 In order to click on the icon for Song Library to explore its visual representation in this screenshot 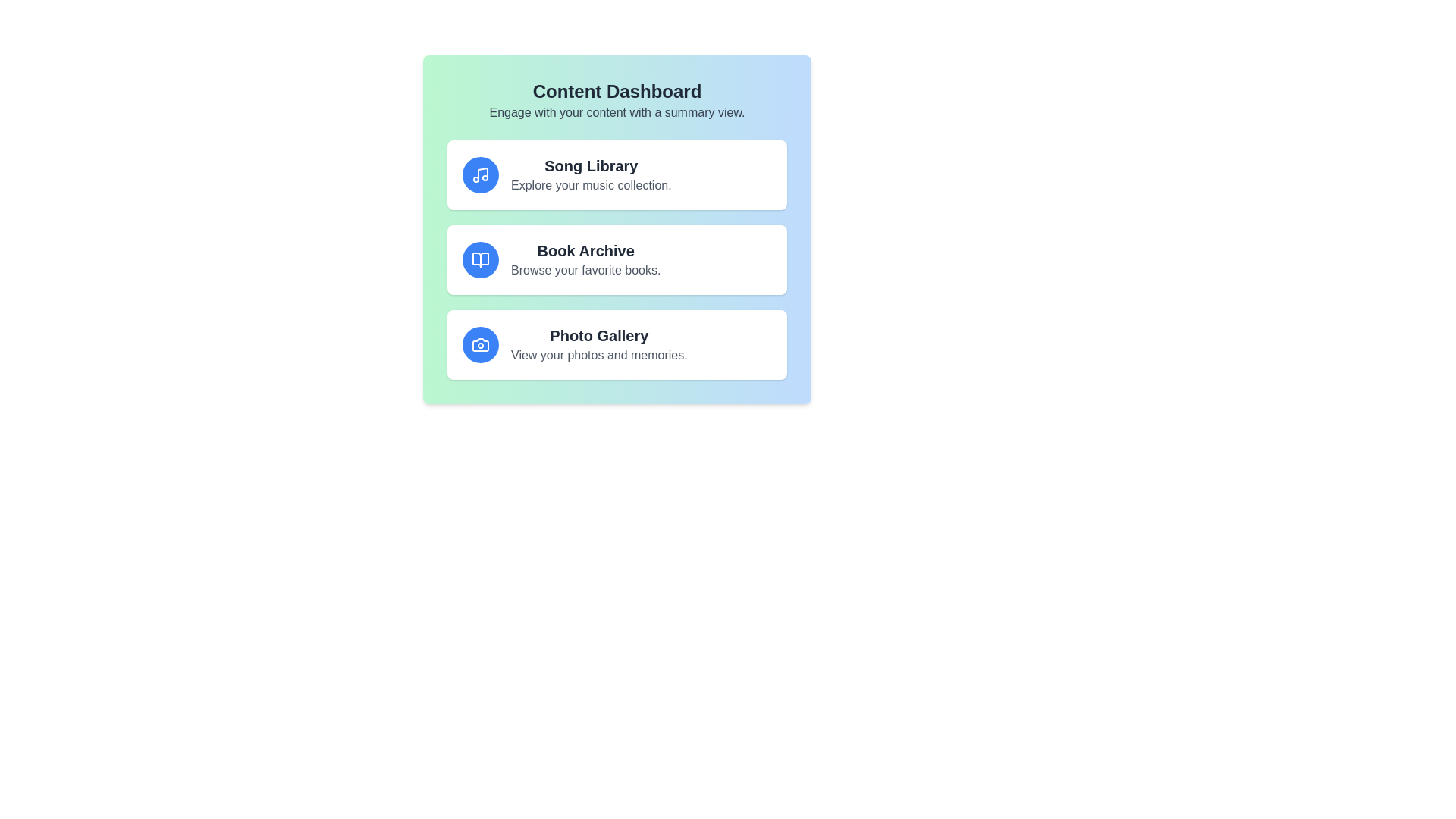, I will do `click(479, 174)`.